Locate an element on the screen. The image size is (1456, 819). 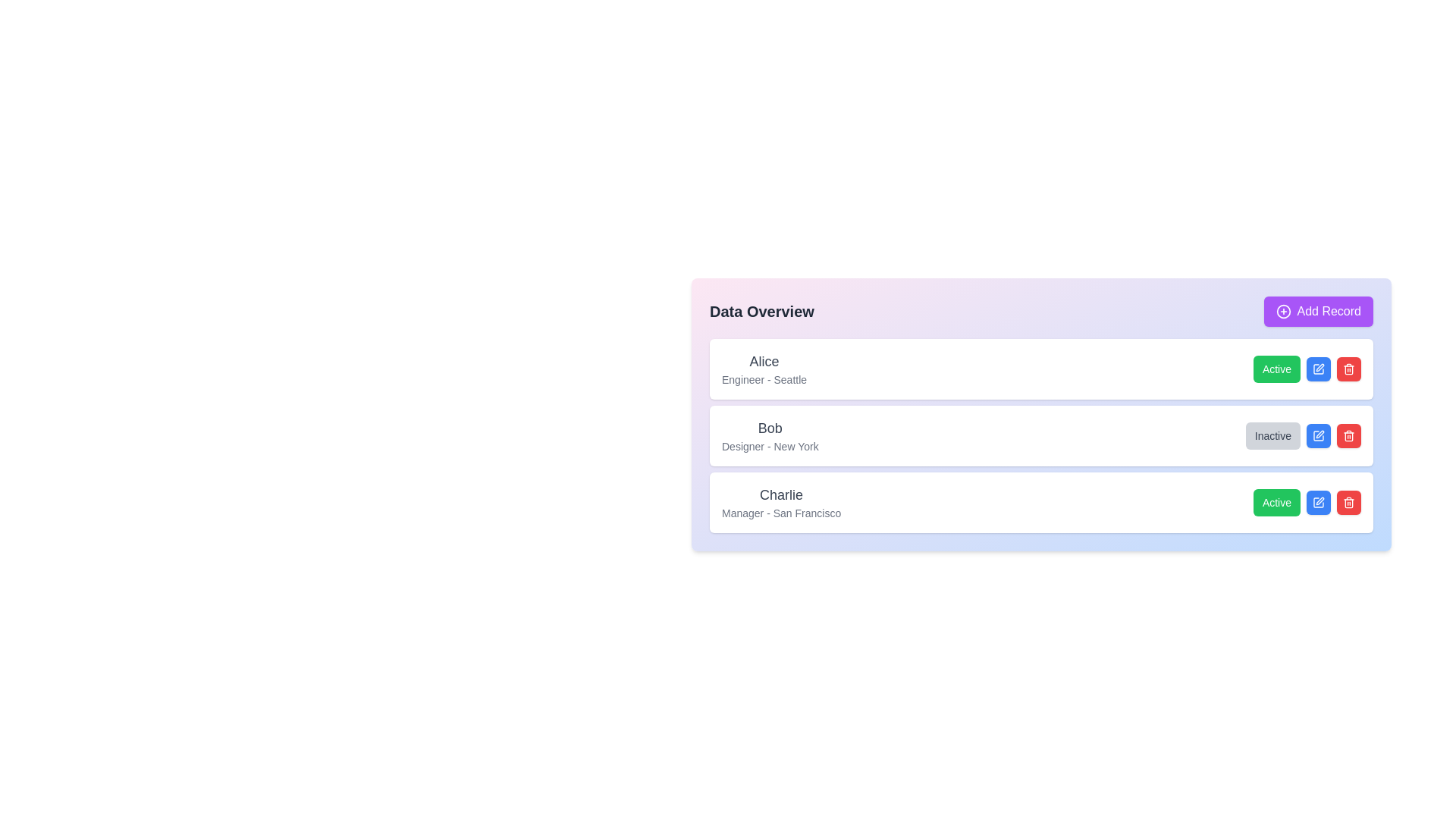
the middle segment of the trash can icon, which represents the delete action for the 'Bob' user entry is located at coordinates (1349, 436).